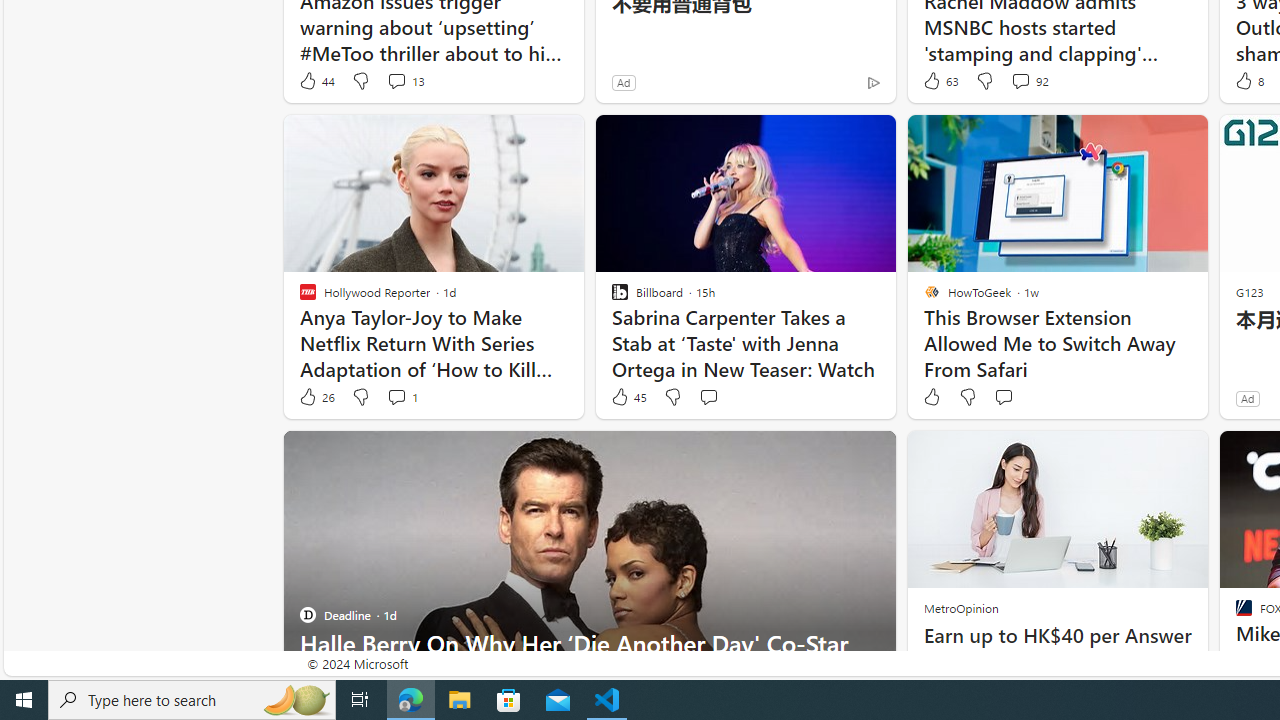 This screenshot has width=1280, height=720. I want to click on 'View comments 13 Comment', so click(404, 80).